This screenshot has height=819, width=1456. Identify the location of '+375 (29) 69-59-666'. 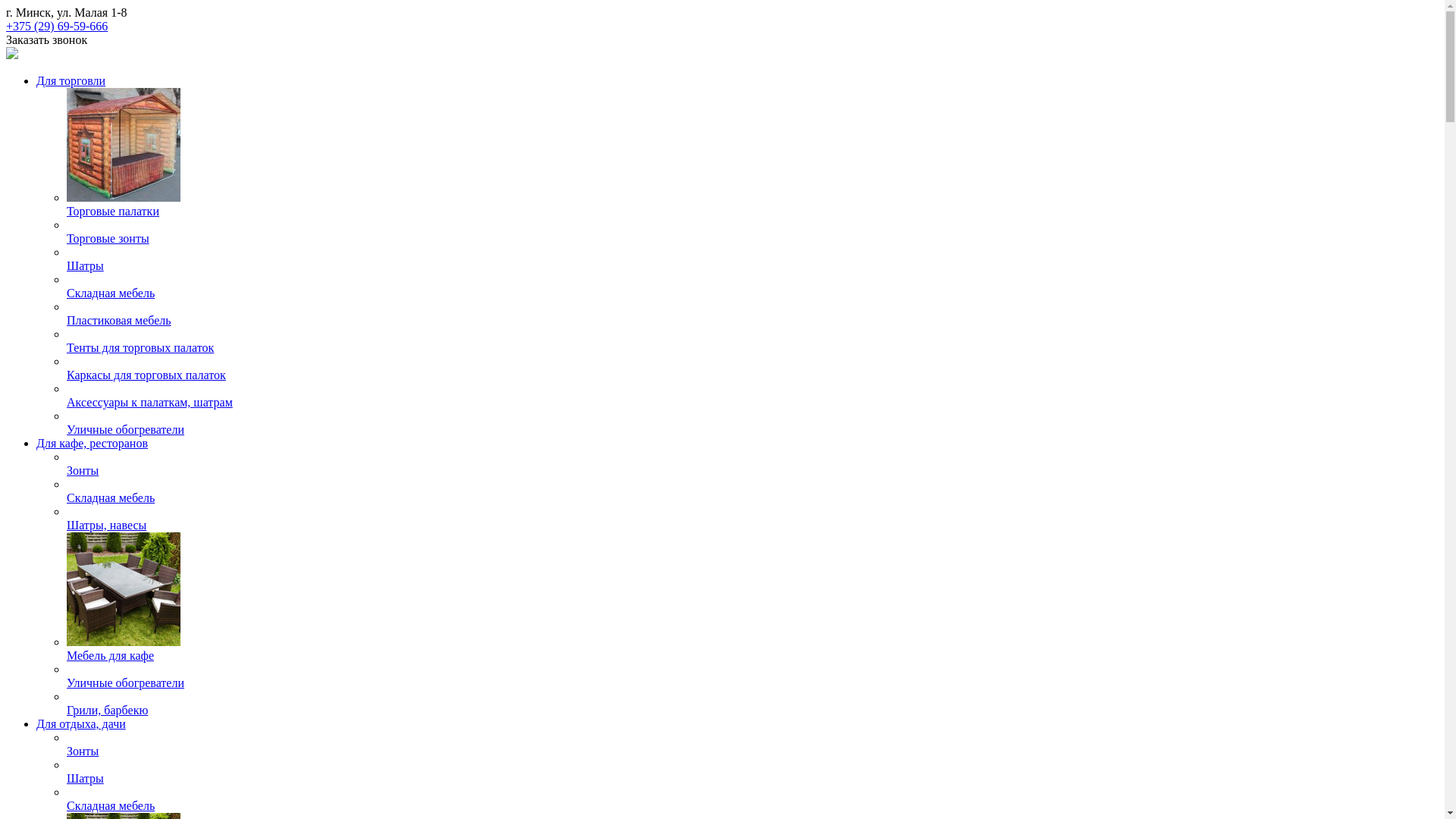
(57, 26).